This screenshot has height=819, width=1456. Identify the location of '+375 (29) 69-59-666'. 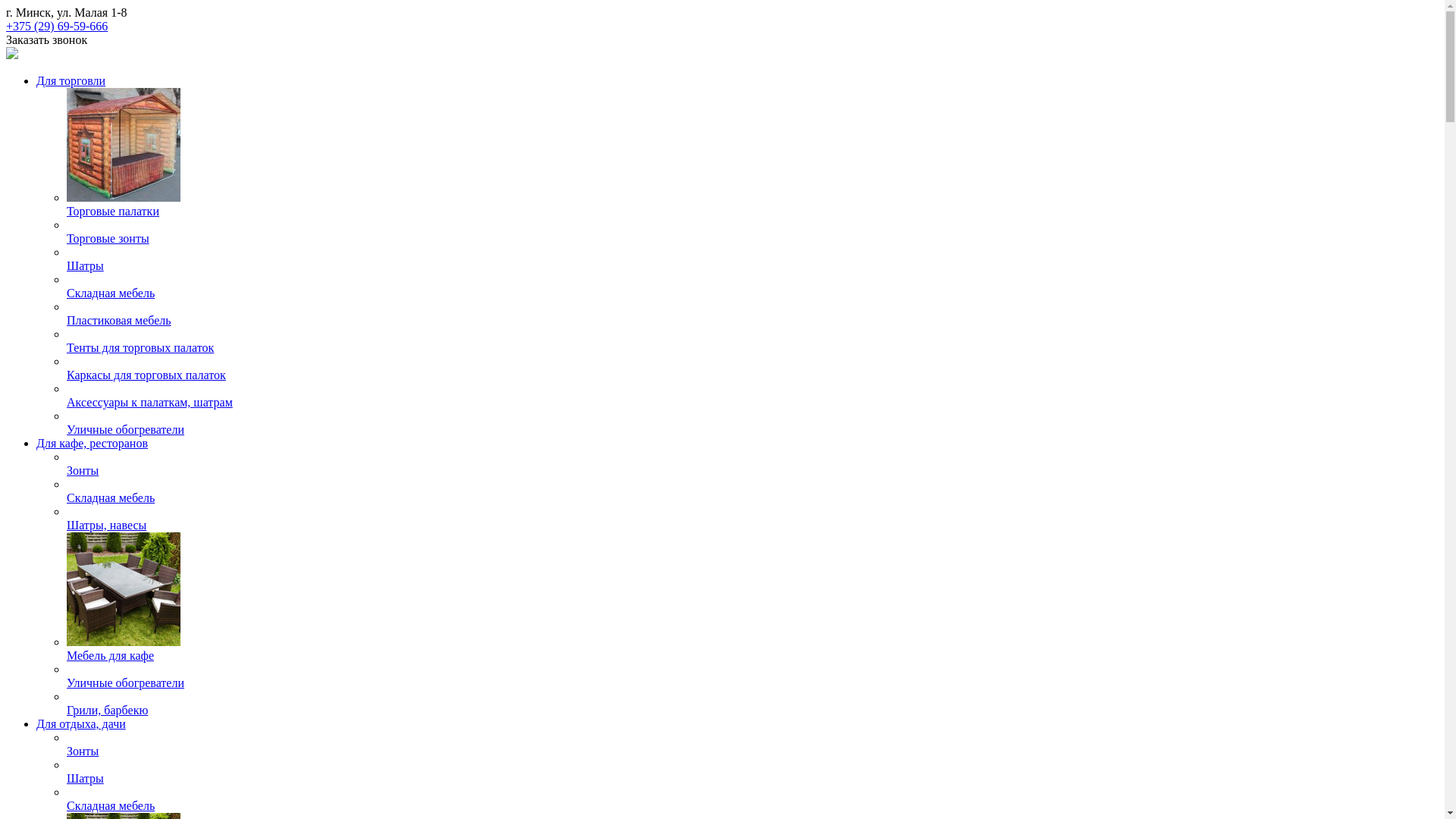
(57, 26).